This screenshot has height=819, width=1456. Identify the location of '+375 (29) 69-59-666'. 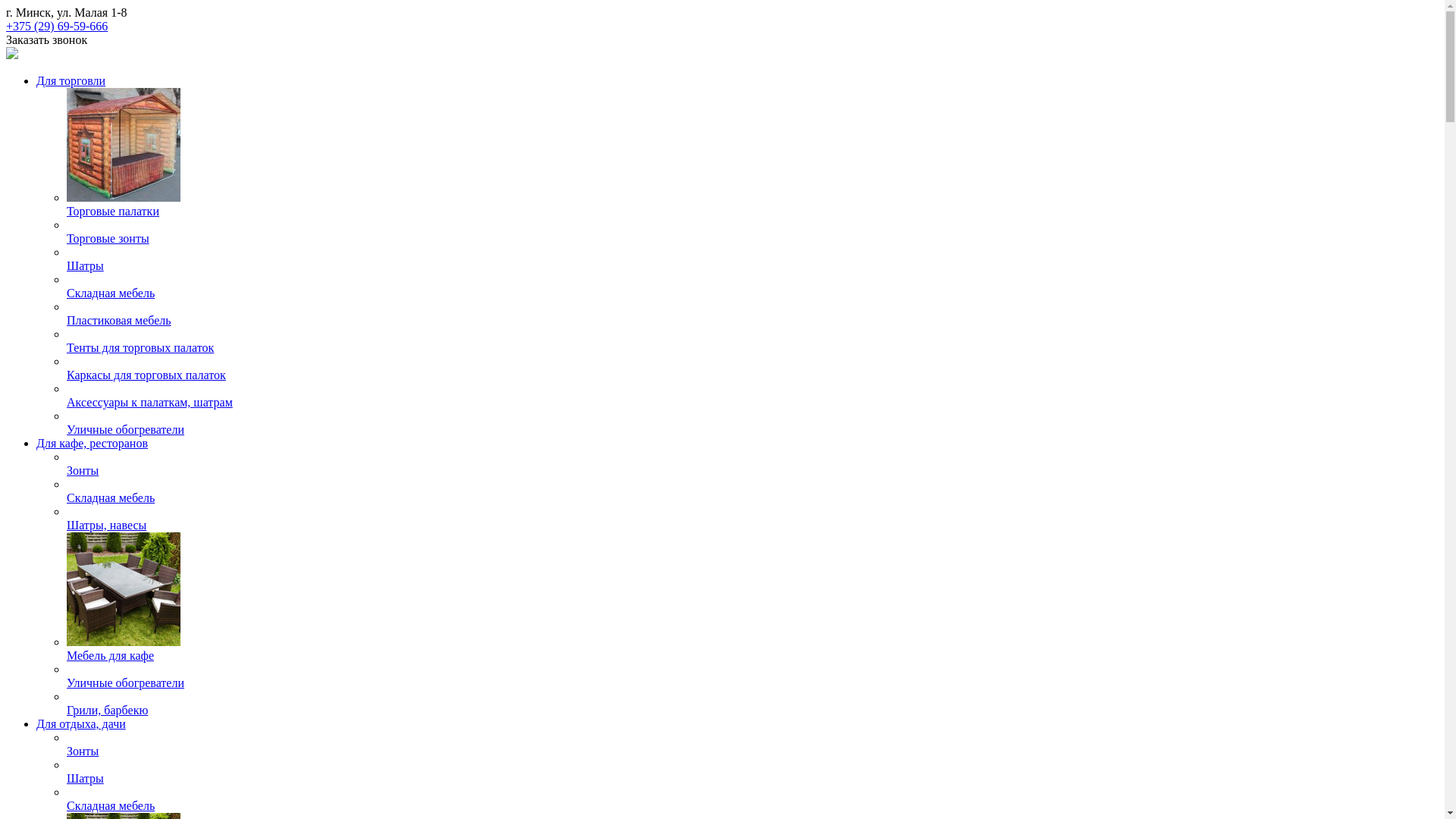
(57, 26).